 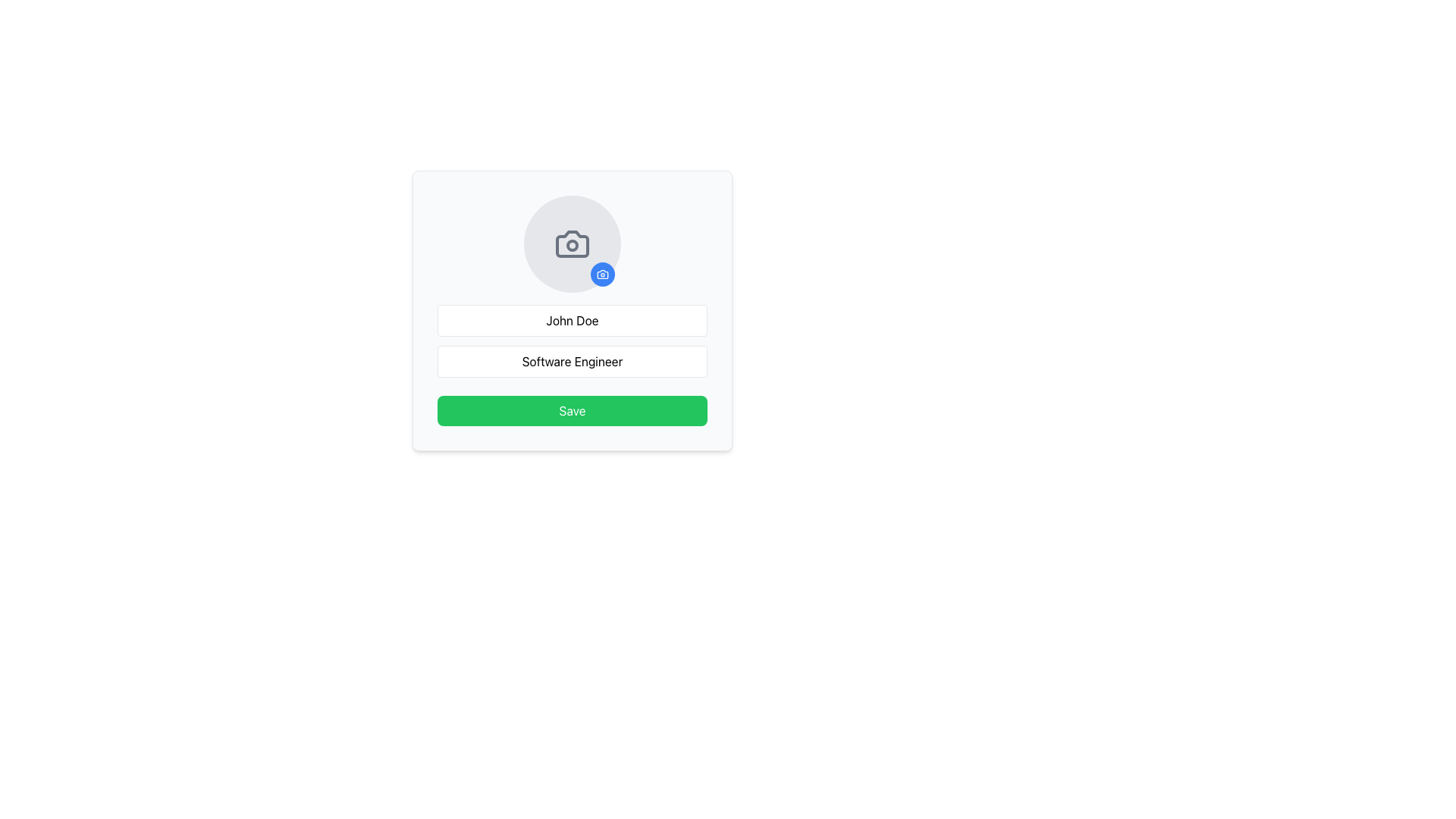 What do you see at coordinates (602, 275) in the screenshot?
I see `the upload or edit icon located within the rounded button at the bottom-right corner of the profile picture` at bounding box center [602, 275].